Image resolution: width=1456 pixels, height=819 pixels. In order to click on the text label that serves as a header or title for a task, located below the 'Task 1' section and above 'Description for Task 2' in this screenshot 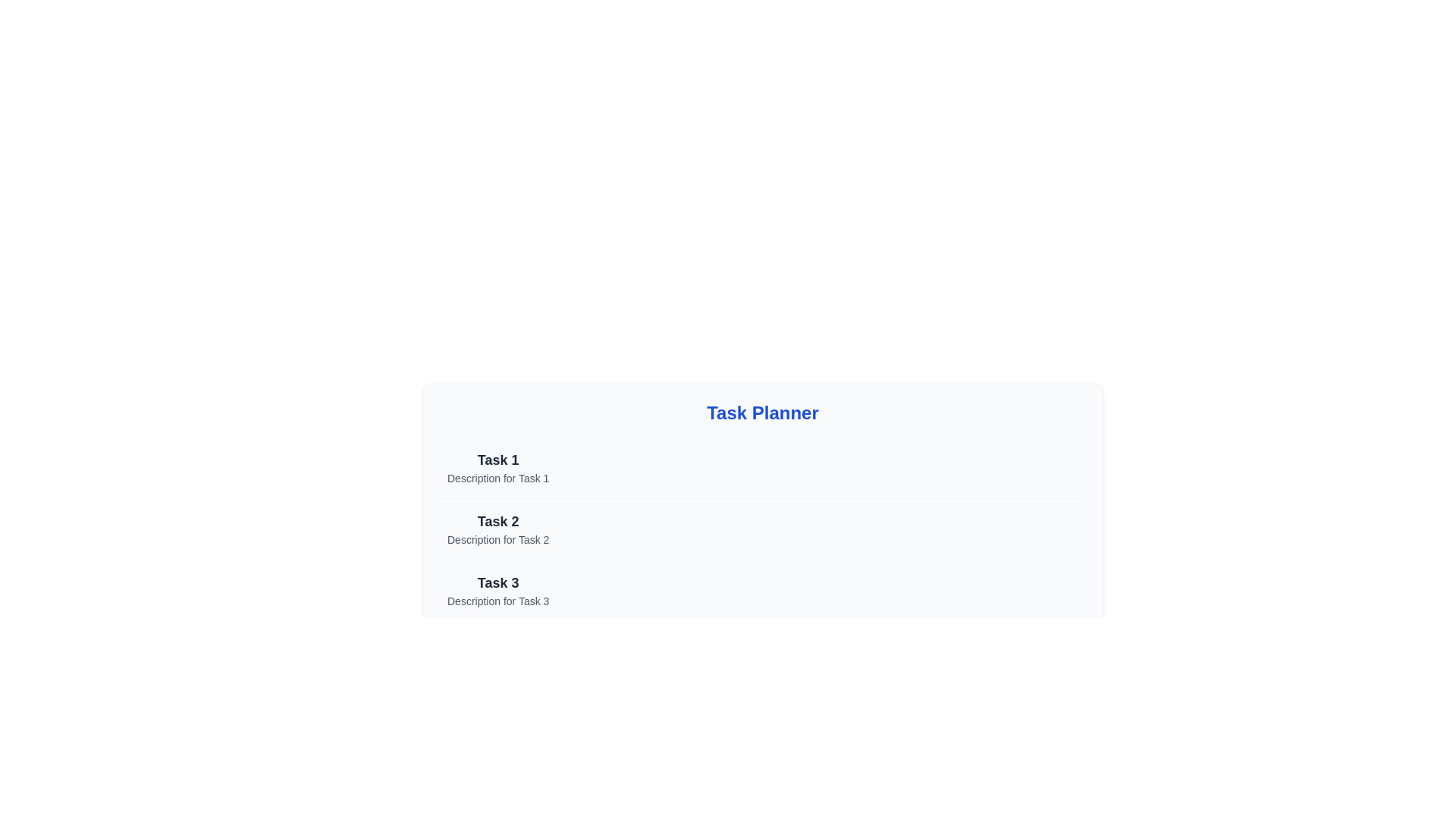, I will do `click(498, 520)`.